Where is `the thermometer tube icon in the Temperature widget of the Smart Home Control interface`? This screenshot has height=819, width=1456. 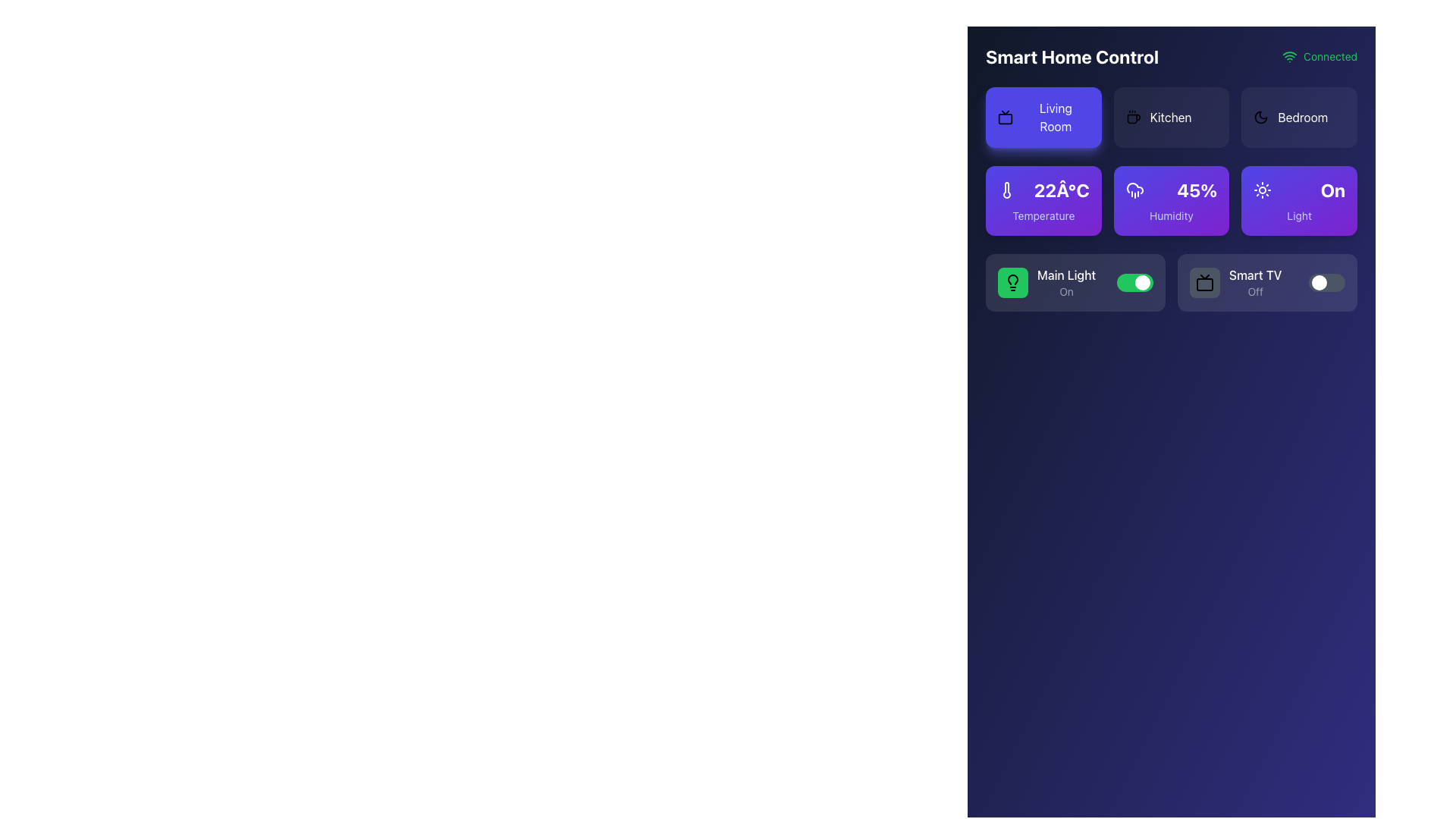 the thermometer tube icon in the Temperature widget of the Smart Home Control interface is located at coordinates (1007, 189).